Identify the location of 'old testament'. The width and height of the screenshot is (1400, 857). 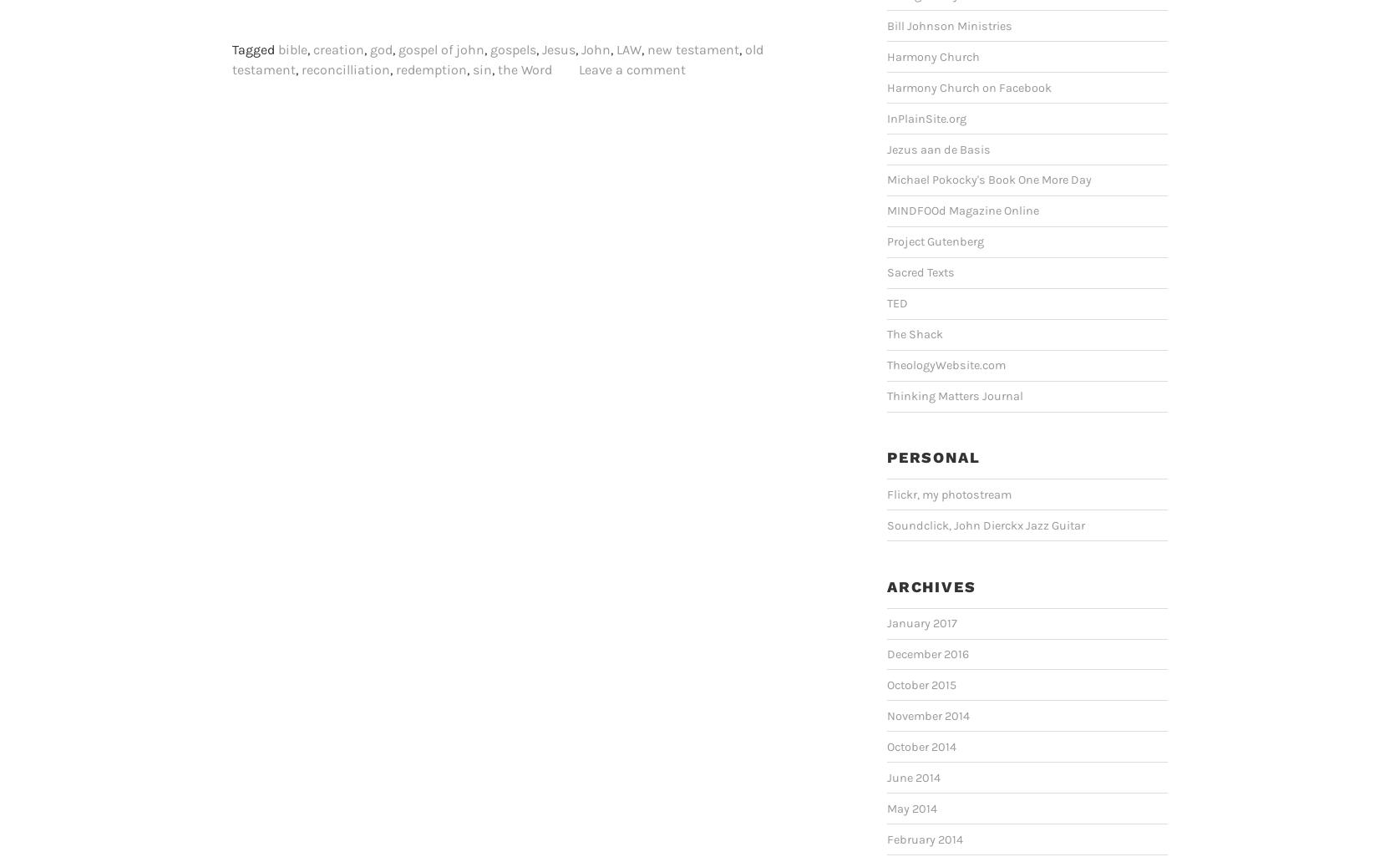
(497, 58).